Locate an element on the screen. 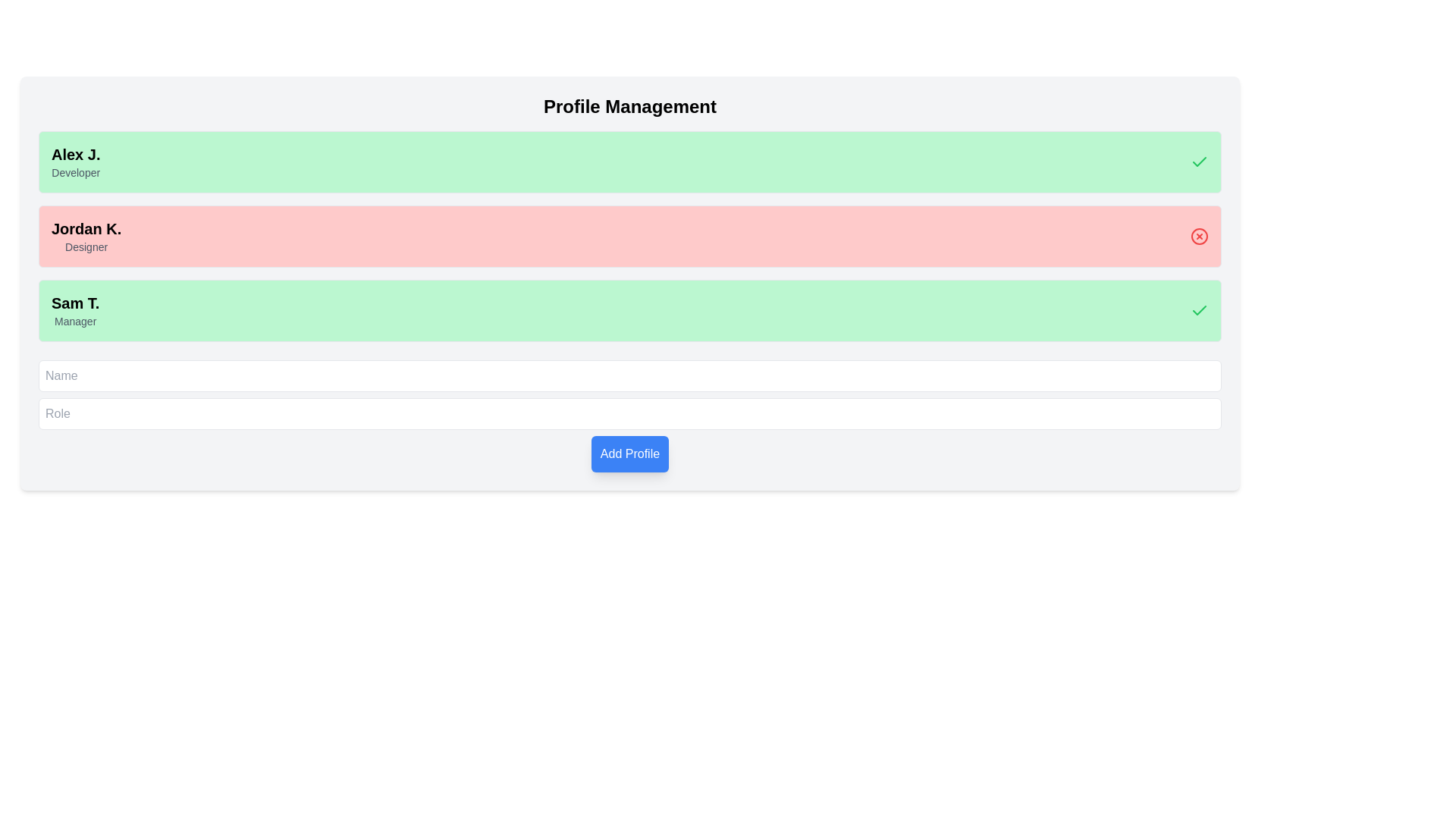  the static text element that displays 'Developer', which is styled in a small gray font and located below the bold text 'Alex J.' in the green-highlighted rectangular section is located at coordinates (75, 171).